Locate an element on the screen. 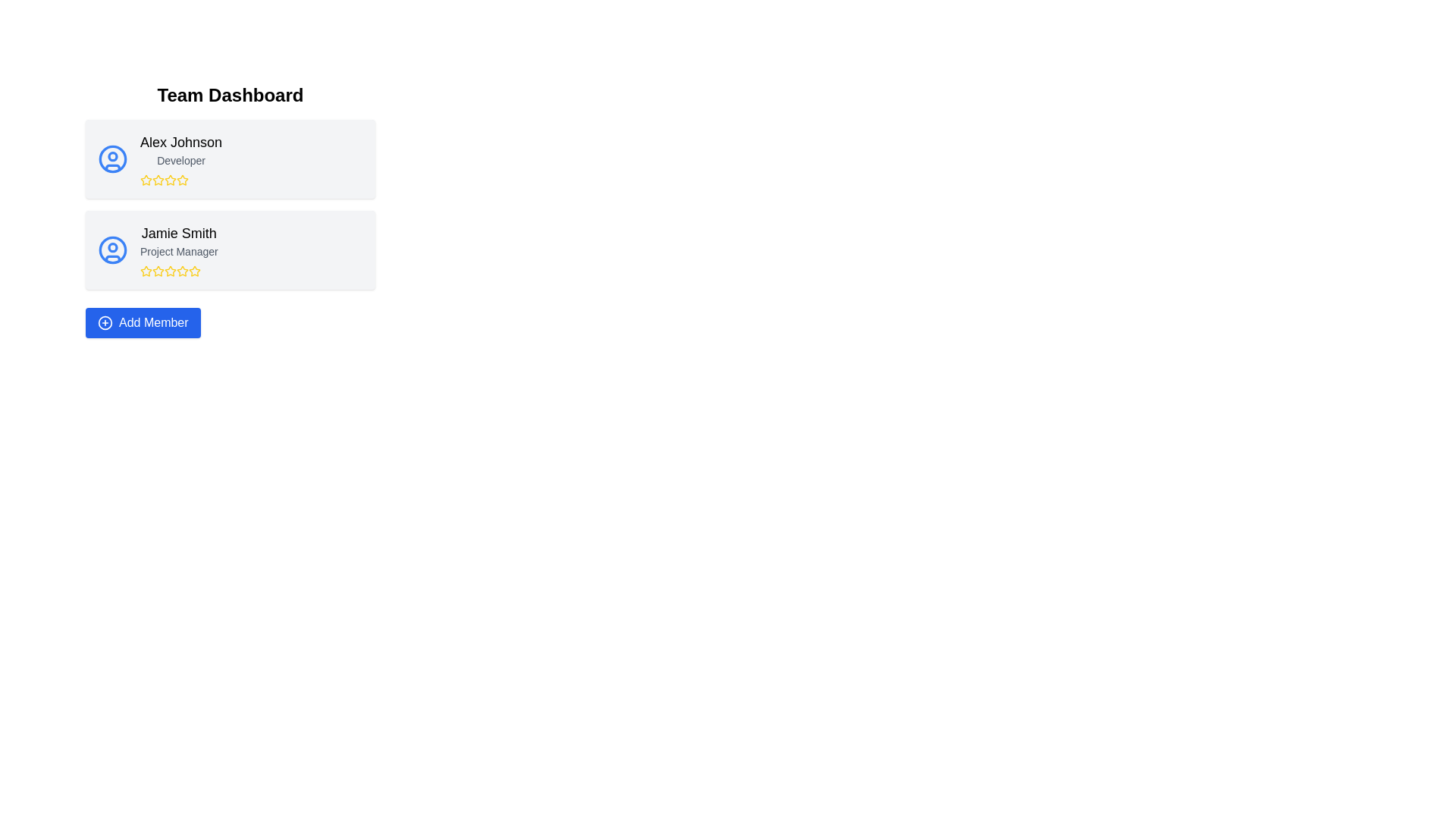  the graphical component that represents part of the user avatar icon within the profile card labeled 'Alex Johnson - Developer' is located at coordinates (111, 158).